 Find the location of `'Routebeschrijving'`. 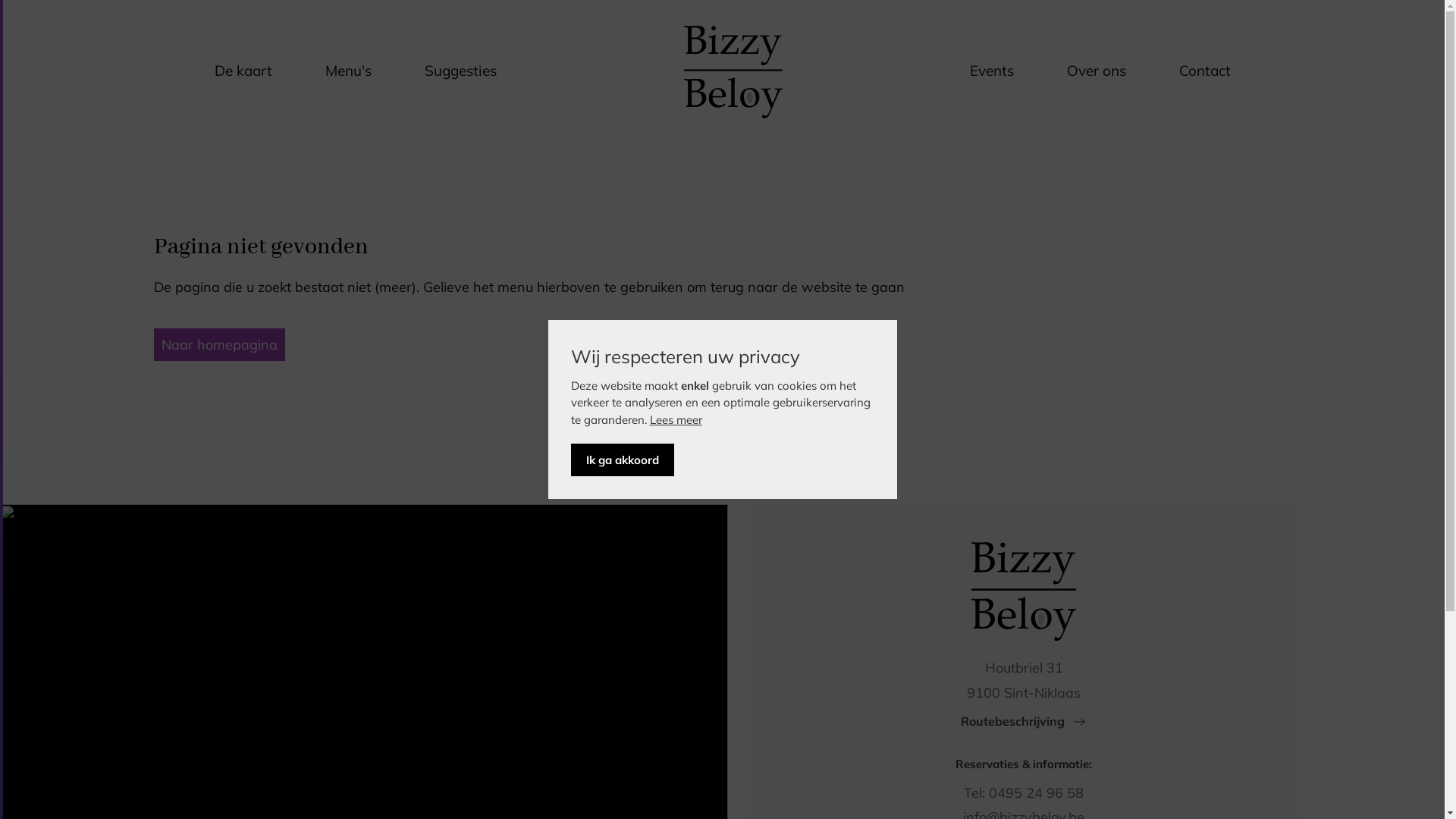

'Routebeschrijving' is located at coordinates (1023, 720).